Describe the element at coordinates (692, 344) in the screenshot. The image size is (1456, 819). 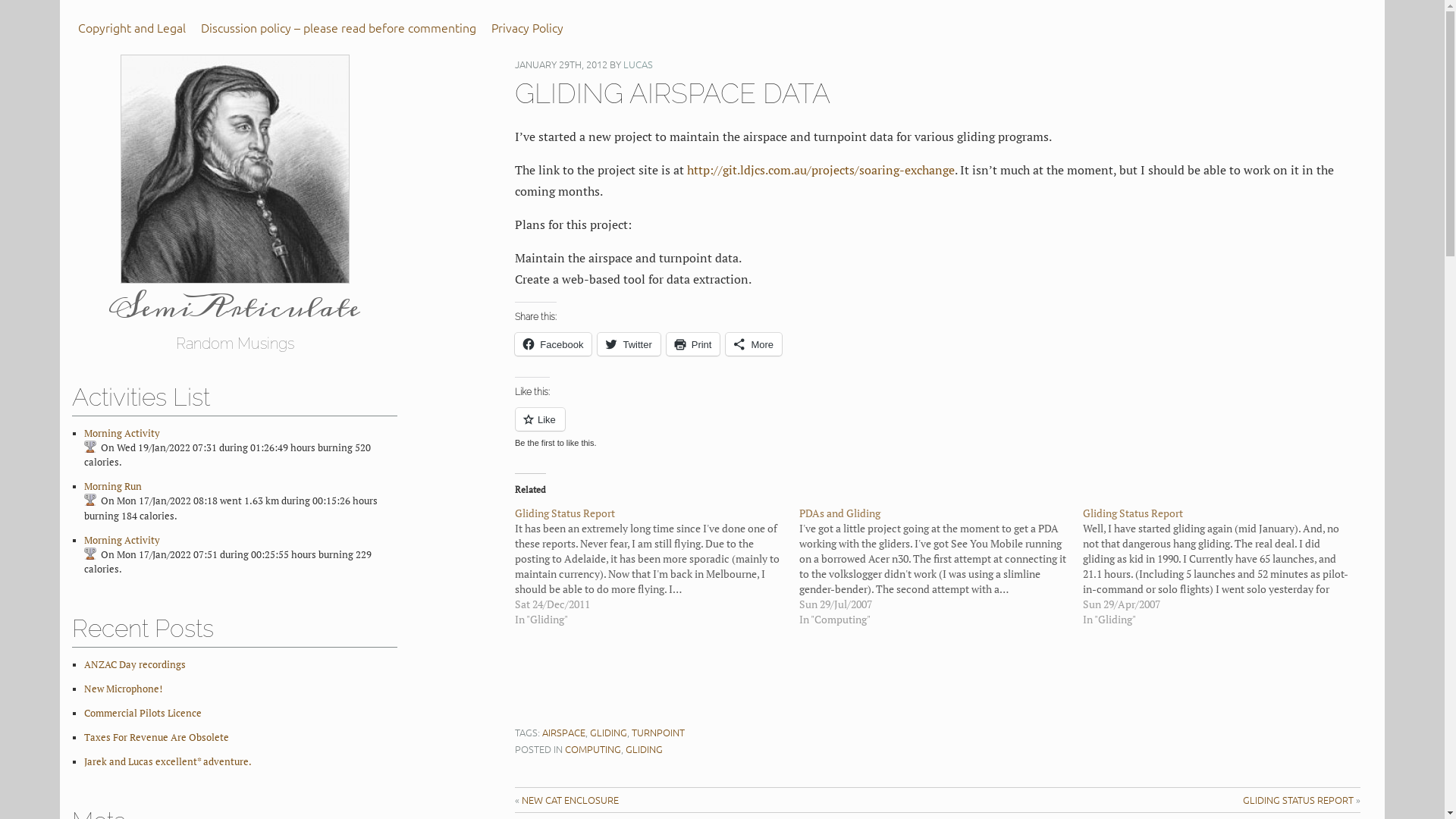
I see `'Print'` at that location.